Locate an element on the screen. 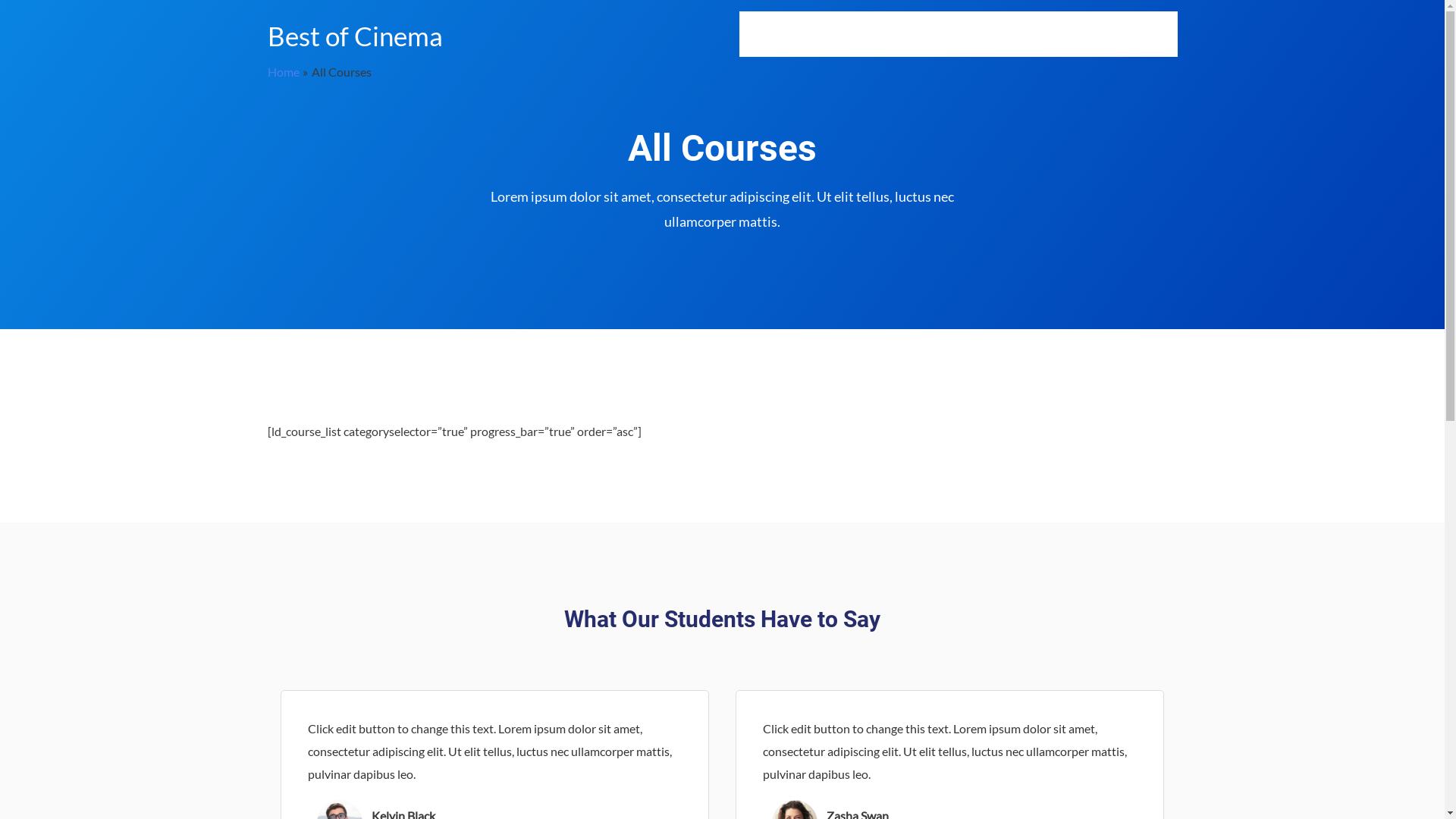  'Jury' is located at coordinates (1066, 34).